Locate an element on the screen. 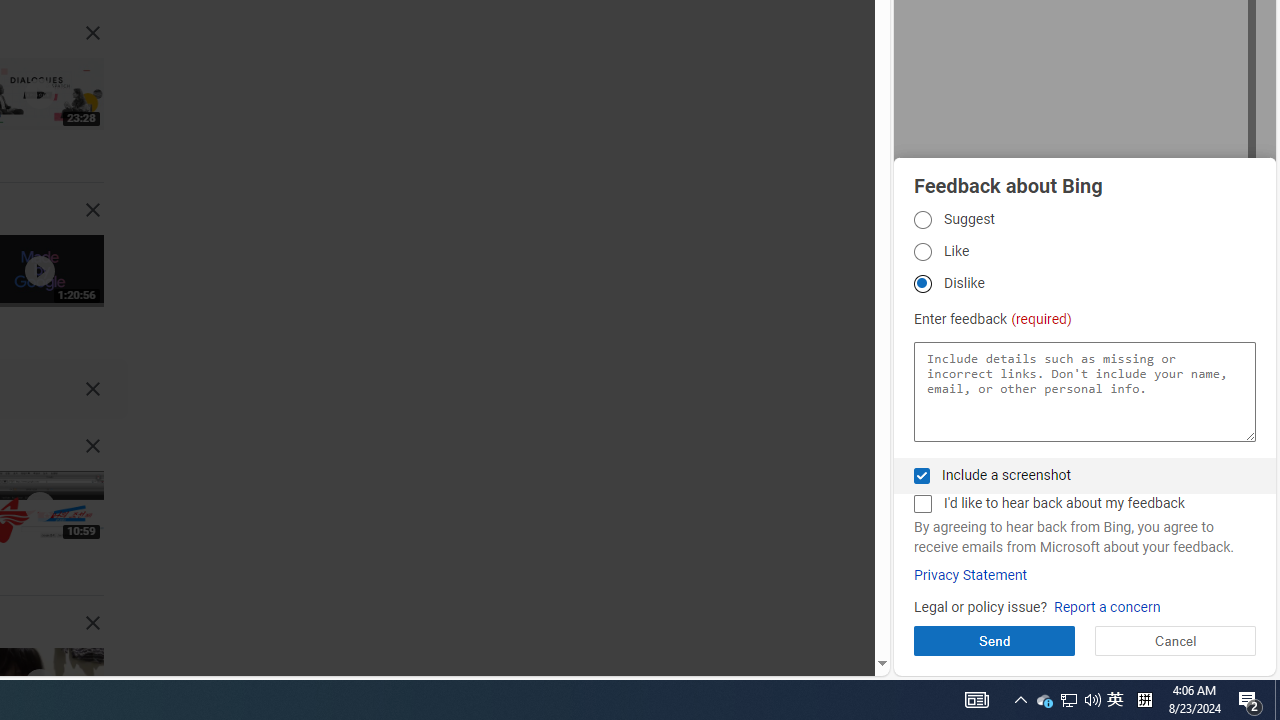 This screenshot has width=1280, height=720. 'Report a concern' is located at coordinates (1106, 606).